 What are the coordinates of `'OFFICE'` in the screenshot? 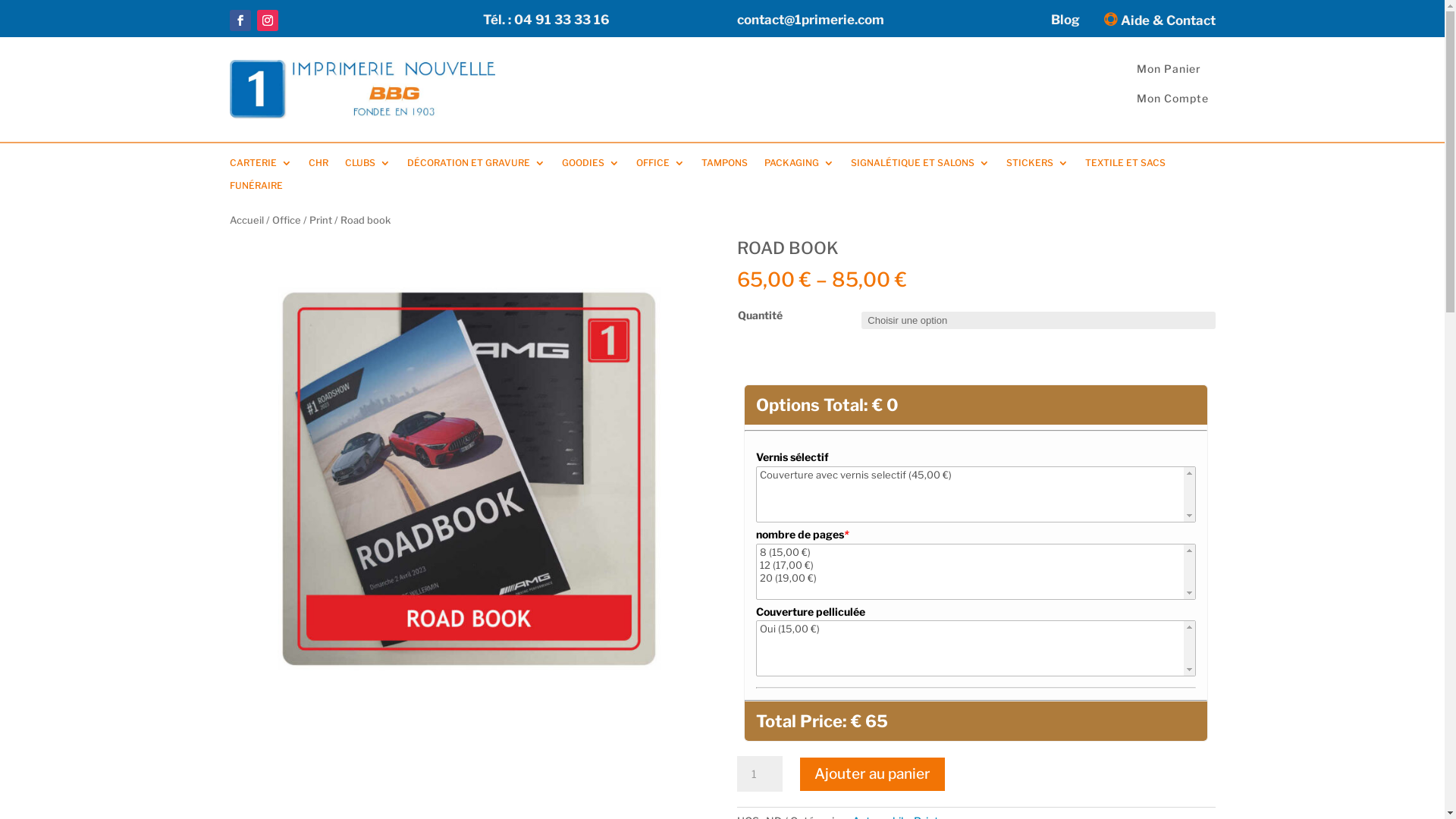 It's located at (635, 166).